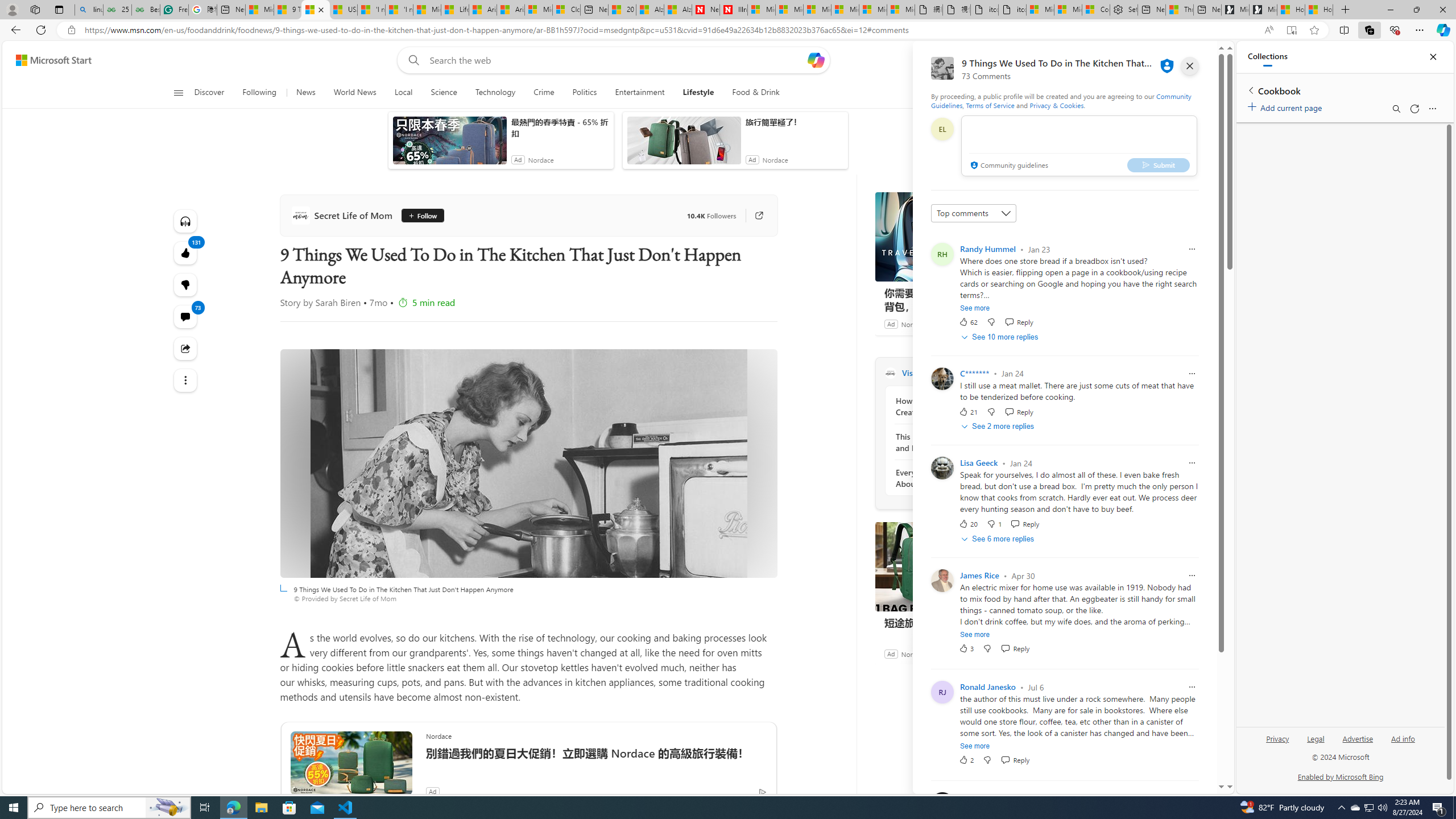  What do you see at coordinates (973, 213) in the screenshot?
I see `'Sort comments by'` at bounding box center [973, 213].